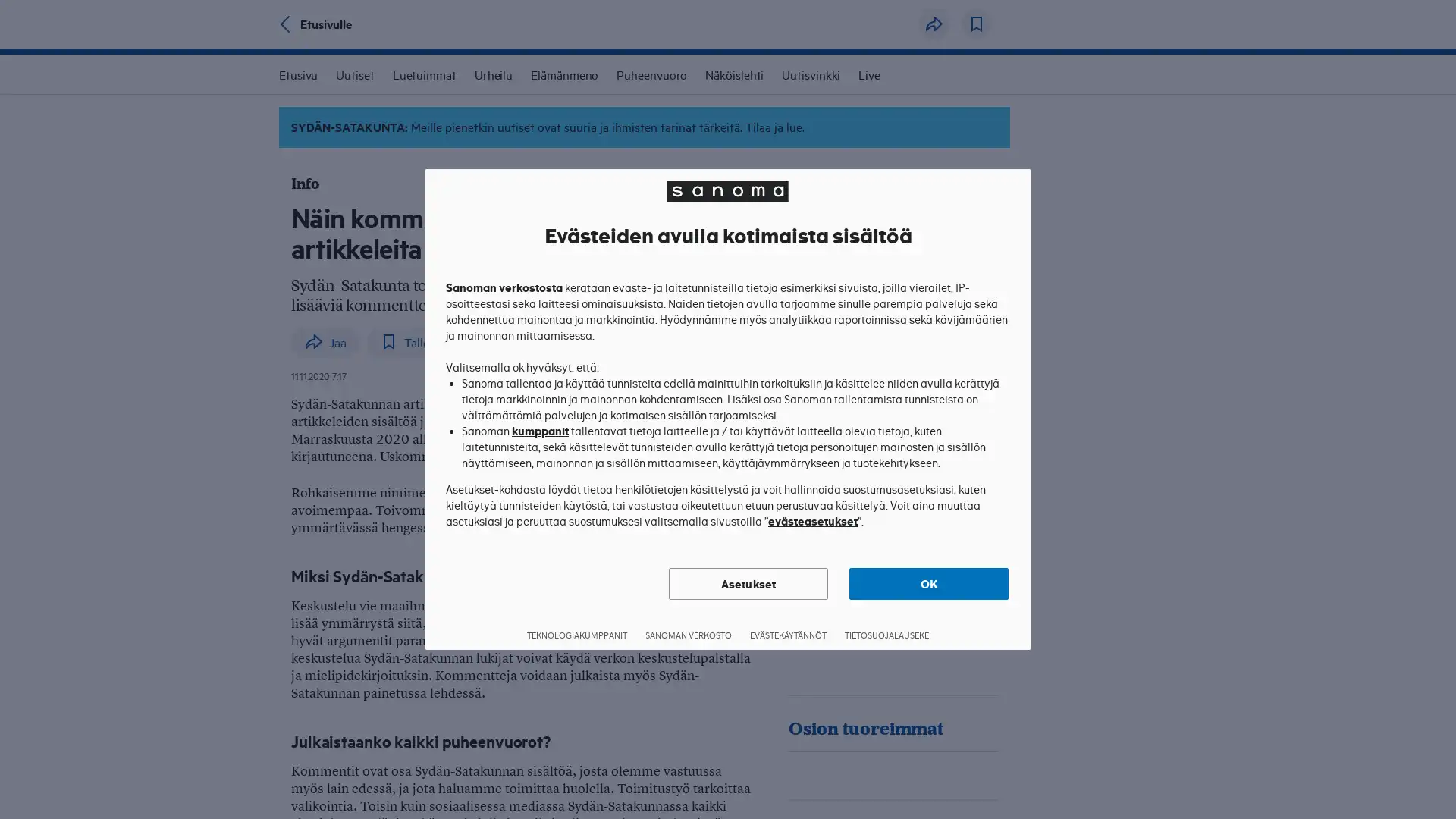 The width and height of the screenshot is (1456, 819). What do you see at coordinates (976, 24) in the screenshot?
I see `Tallenna` at bounding box center [976, 24].